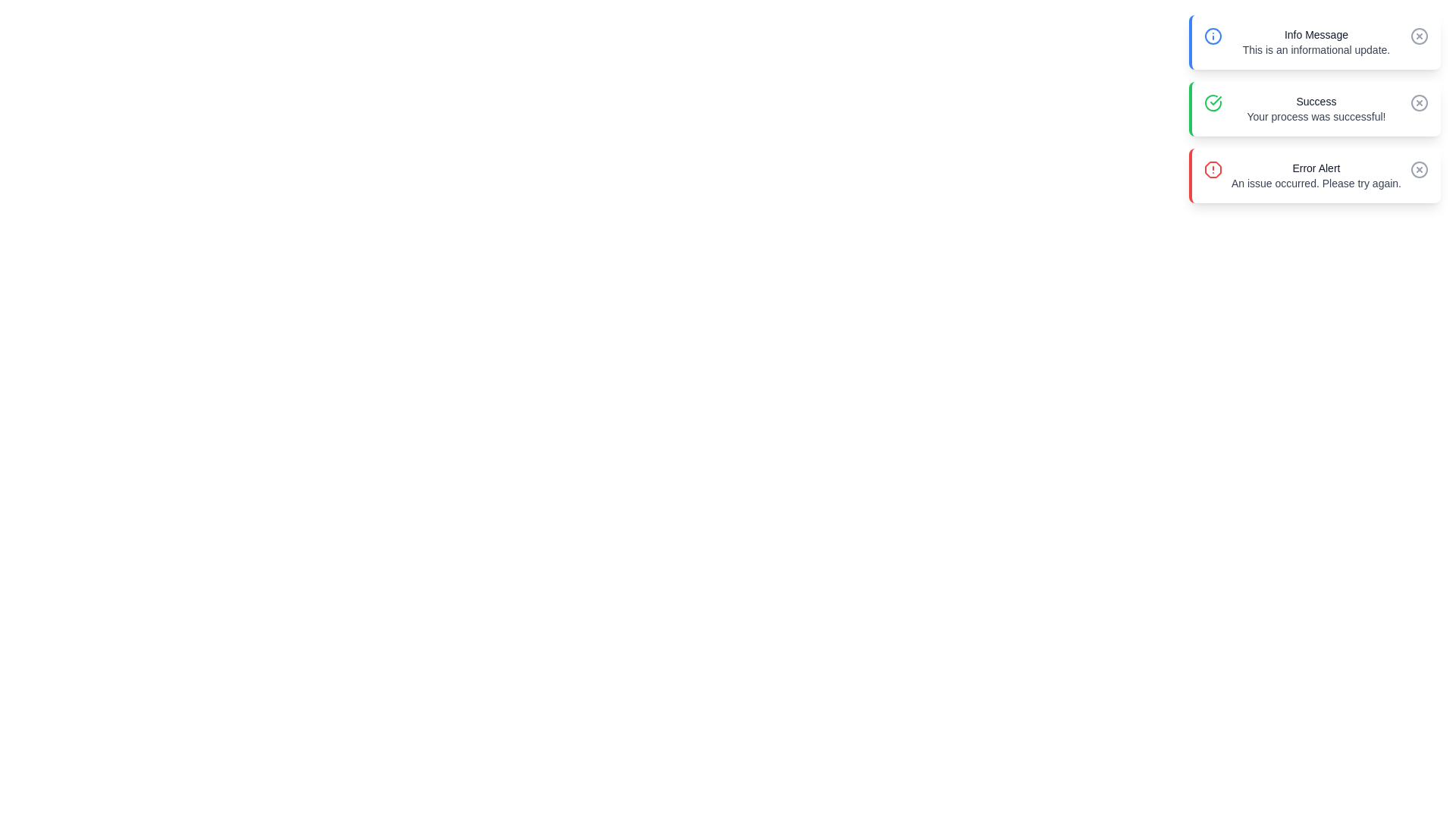 The width and height of the screenshot is (1456, 819). I want to click on the dismissal button located in the top-right corner of the 'Info Message' notification card, so click(1419, 35).